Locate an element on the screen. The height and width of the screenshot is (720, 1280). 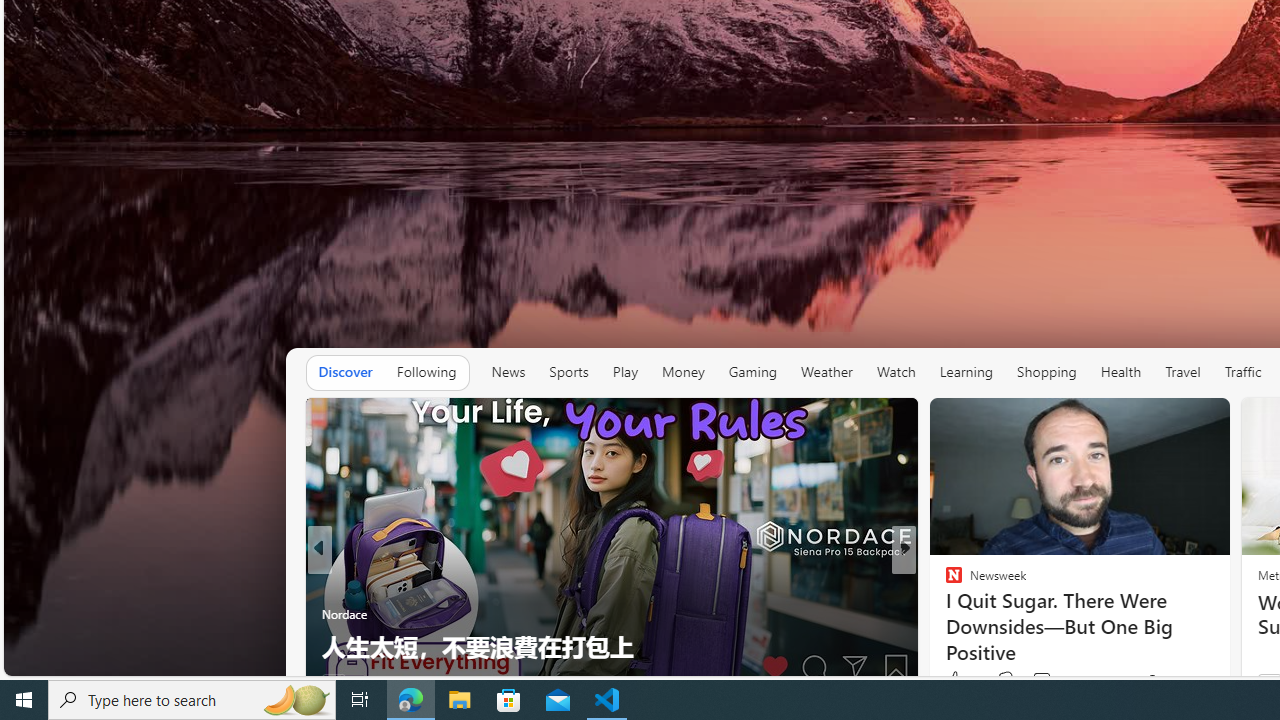
'Money' is located at coordinates (682, 371).